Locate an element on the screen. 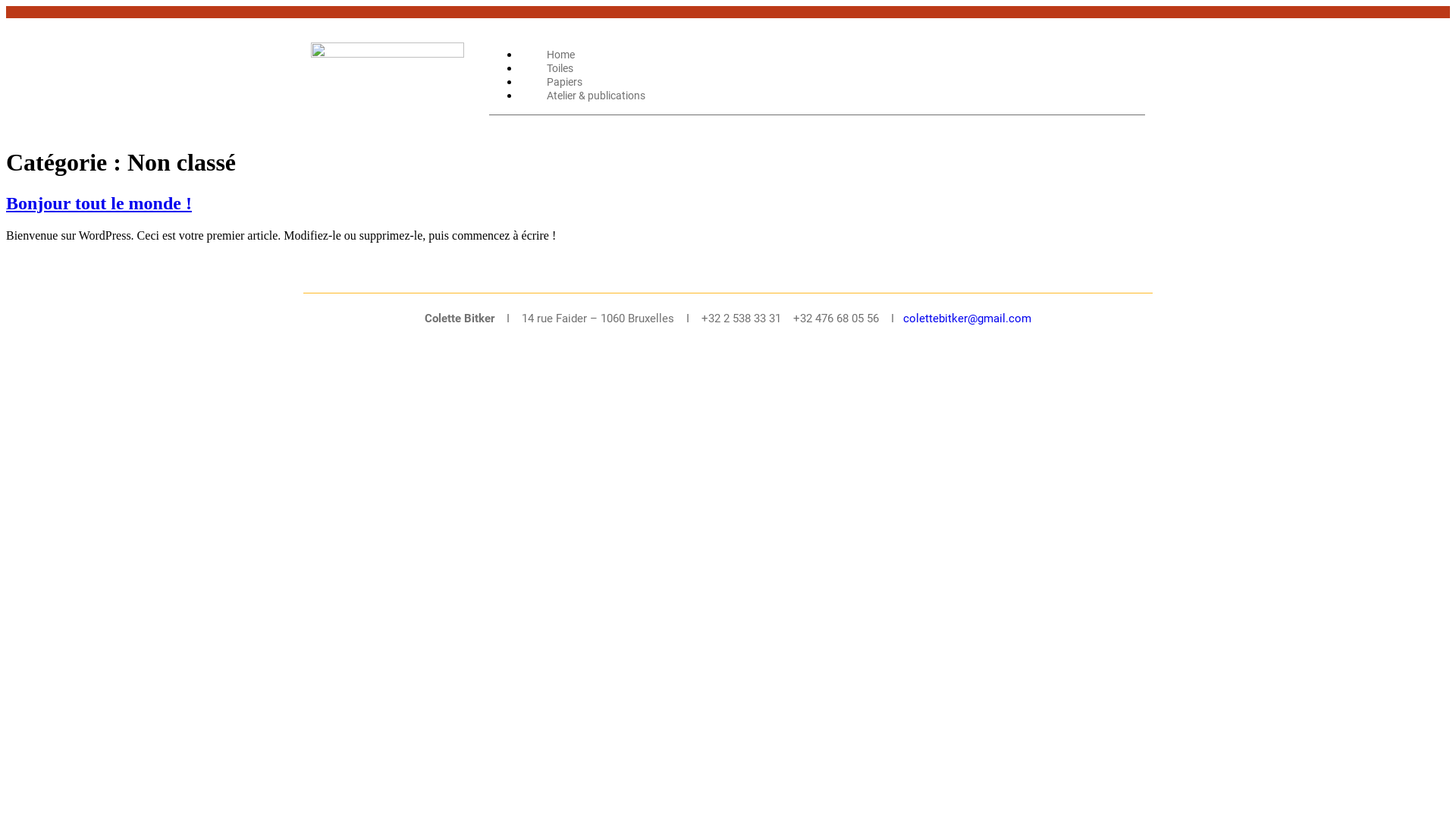  'colettebitker@gmail.com' is located at coordinates (966, 318).